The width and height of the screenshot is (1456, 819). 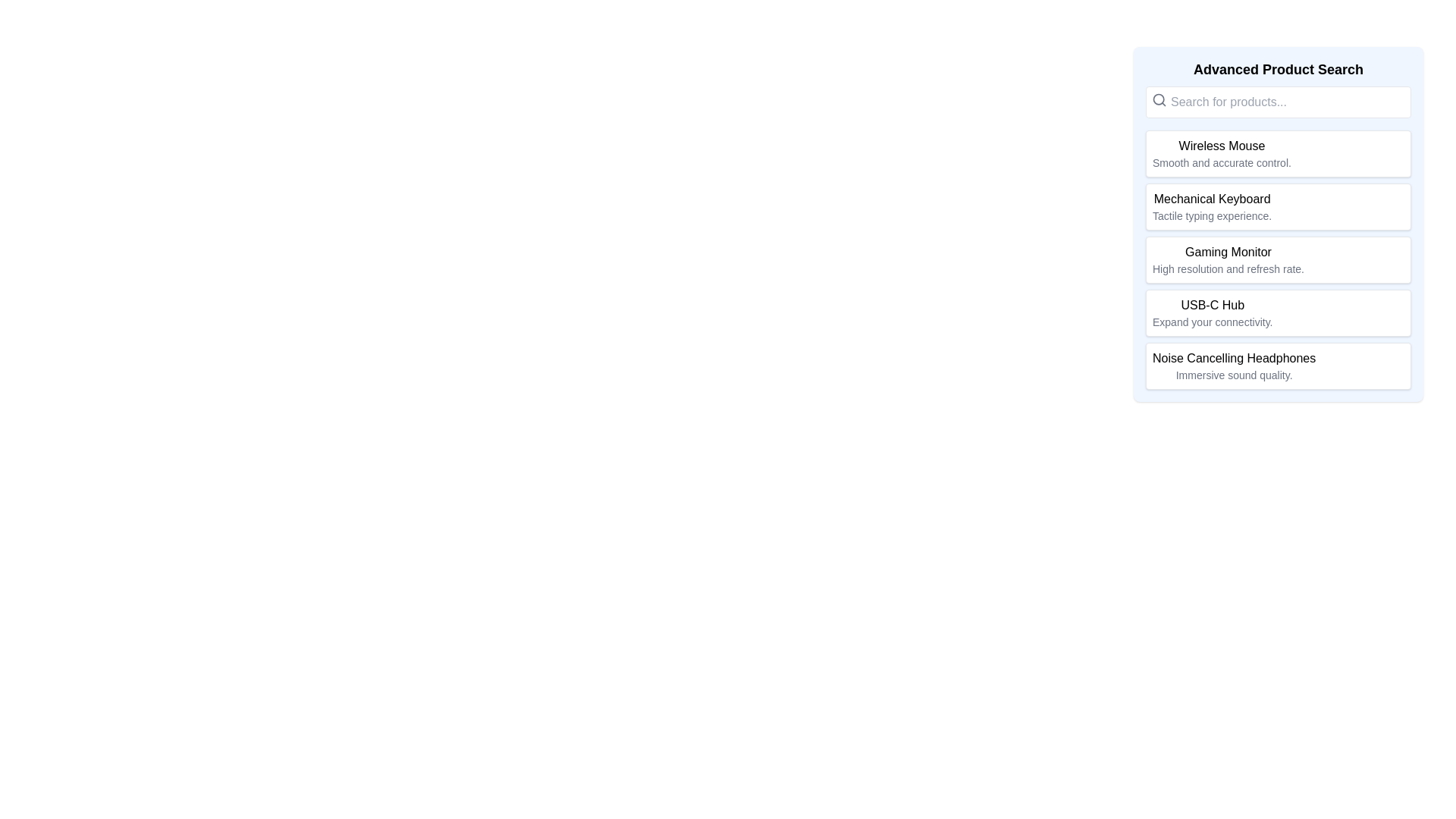 I want to click on the interactive list item styled as a button for 'USB-C Hub' for keyboard navigation, so click(x=1277, y=312).